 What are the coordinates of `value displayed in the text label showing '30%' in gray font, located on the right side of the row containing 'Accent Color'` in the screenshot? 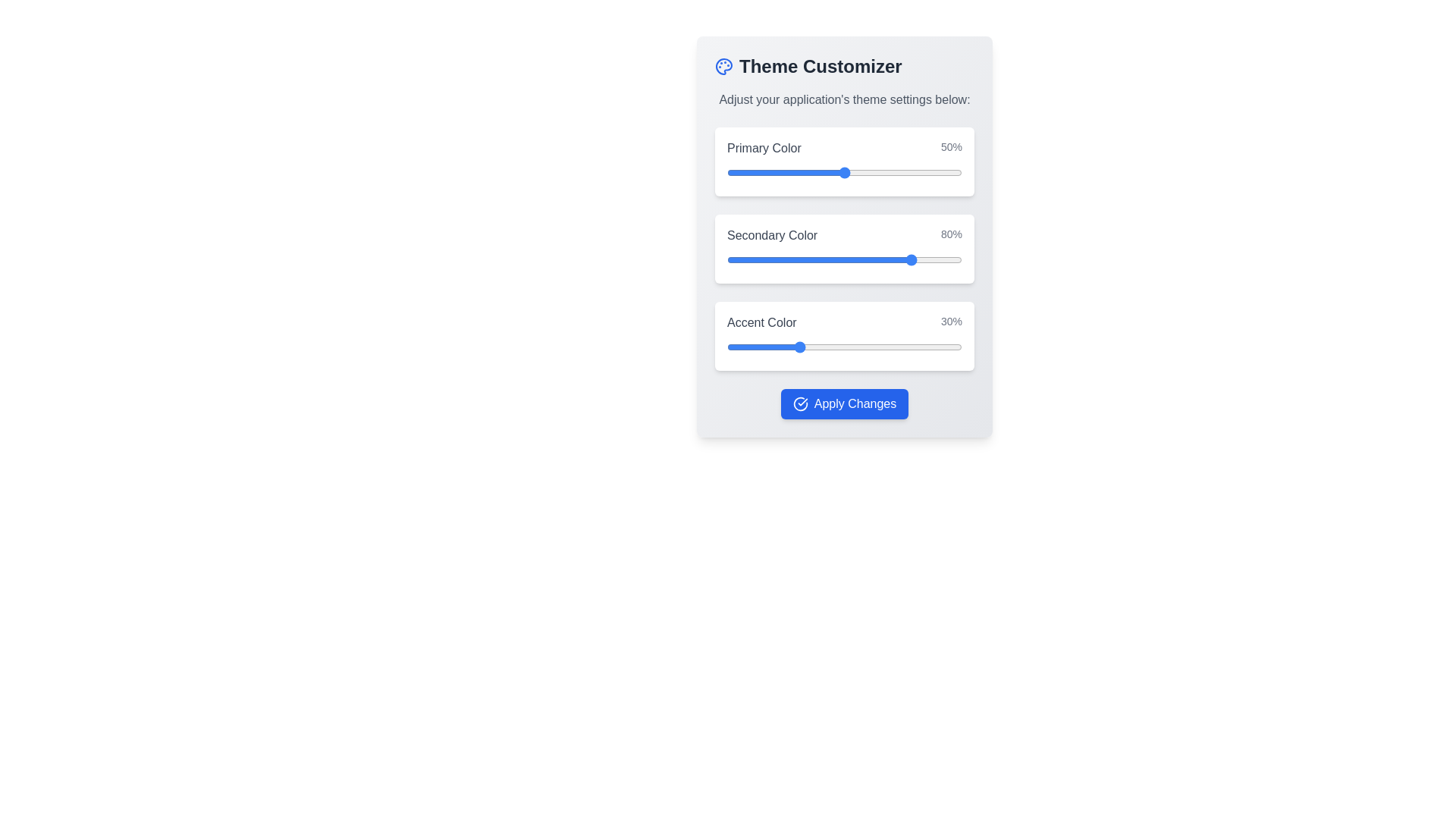 It's located at (950, 322).